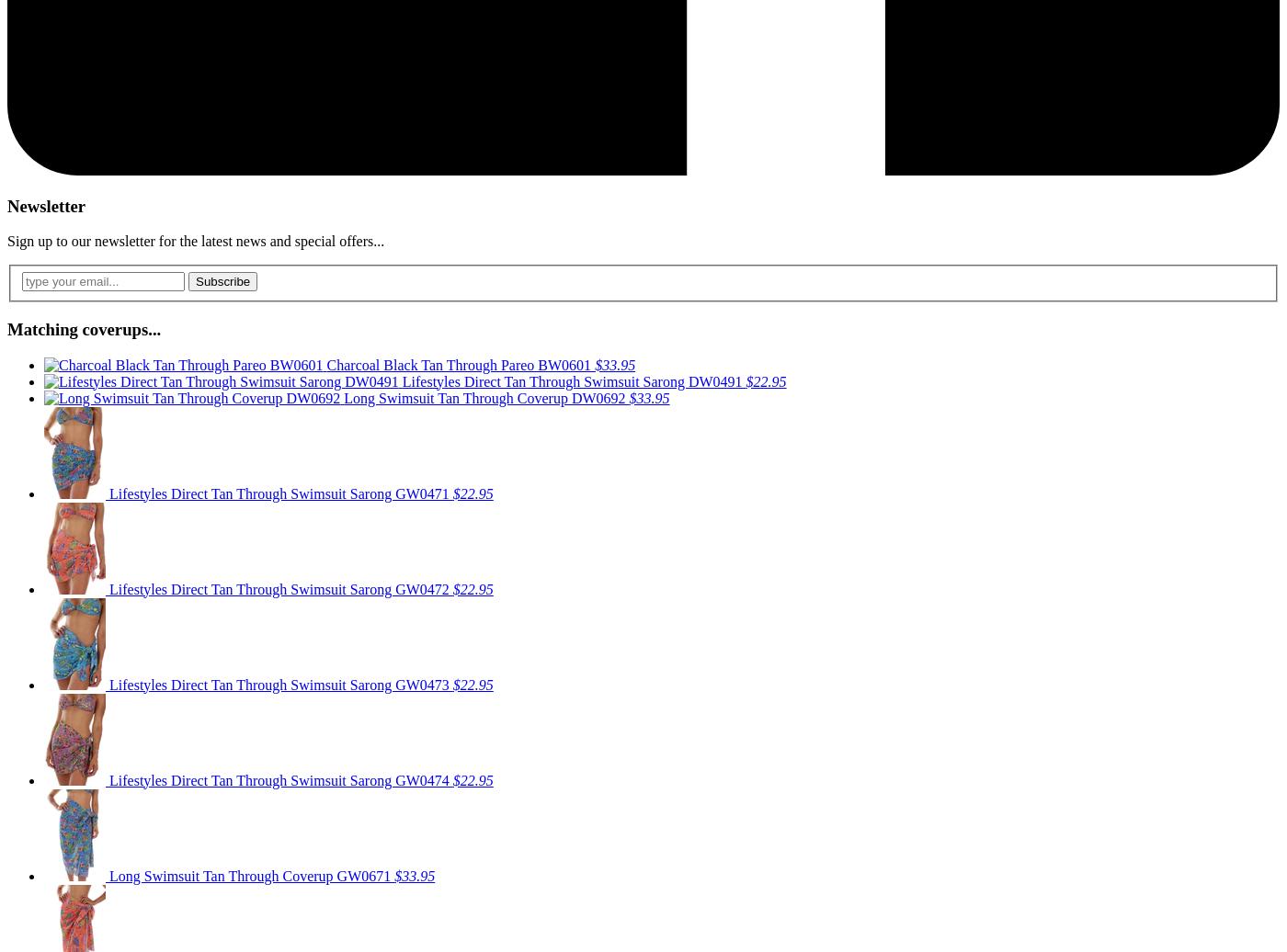 The height and width of the screenshot is (952, 1287). What do you see at coordinates (461, 364) in the screenshot?
I see `'Charcoal Black Tan Through Pareo BW0601'` at bounding box center [461, 364].